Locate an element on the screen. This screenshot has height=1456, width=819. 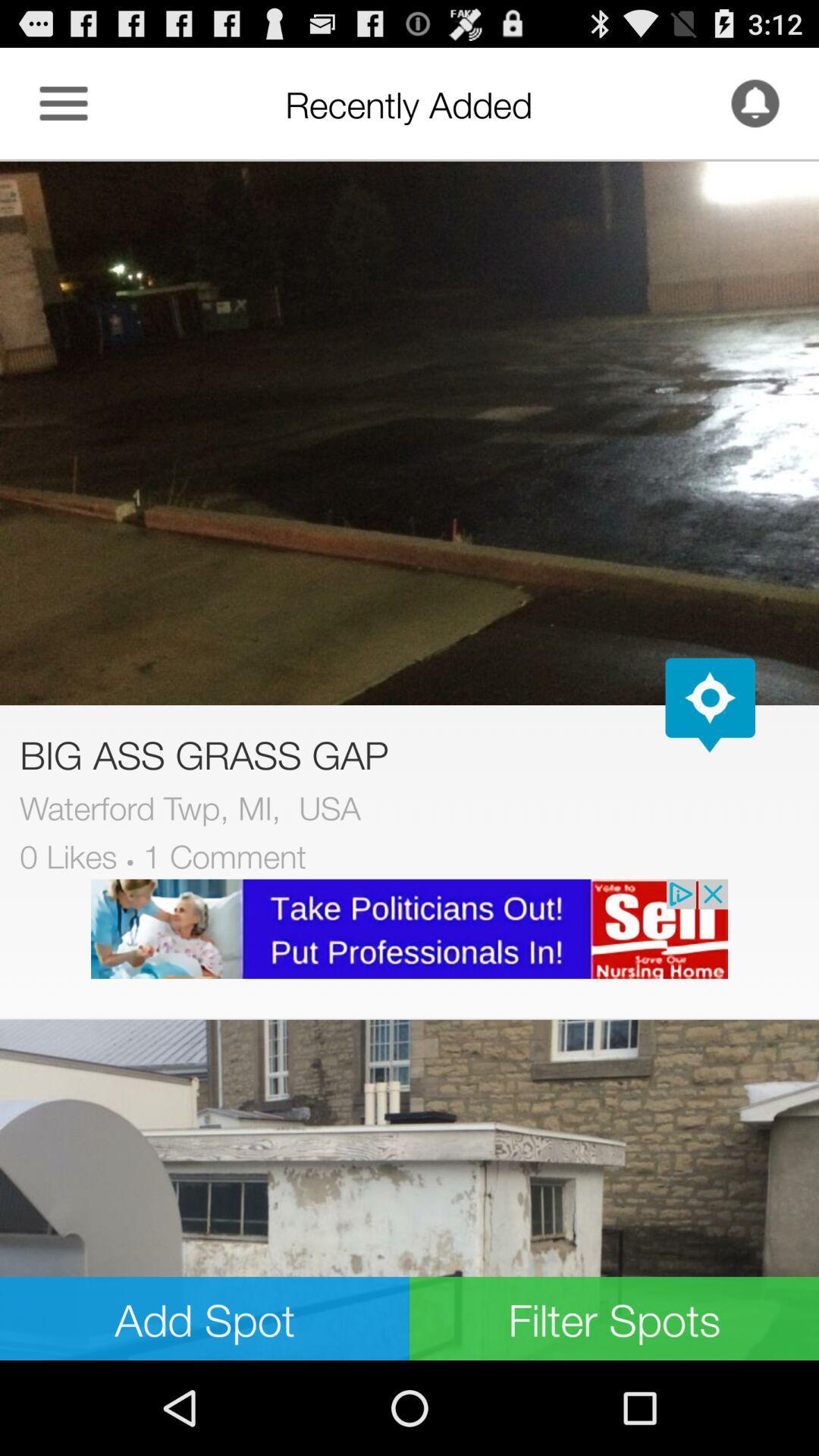
advertisement banner is located at coordinates (409, 928).